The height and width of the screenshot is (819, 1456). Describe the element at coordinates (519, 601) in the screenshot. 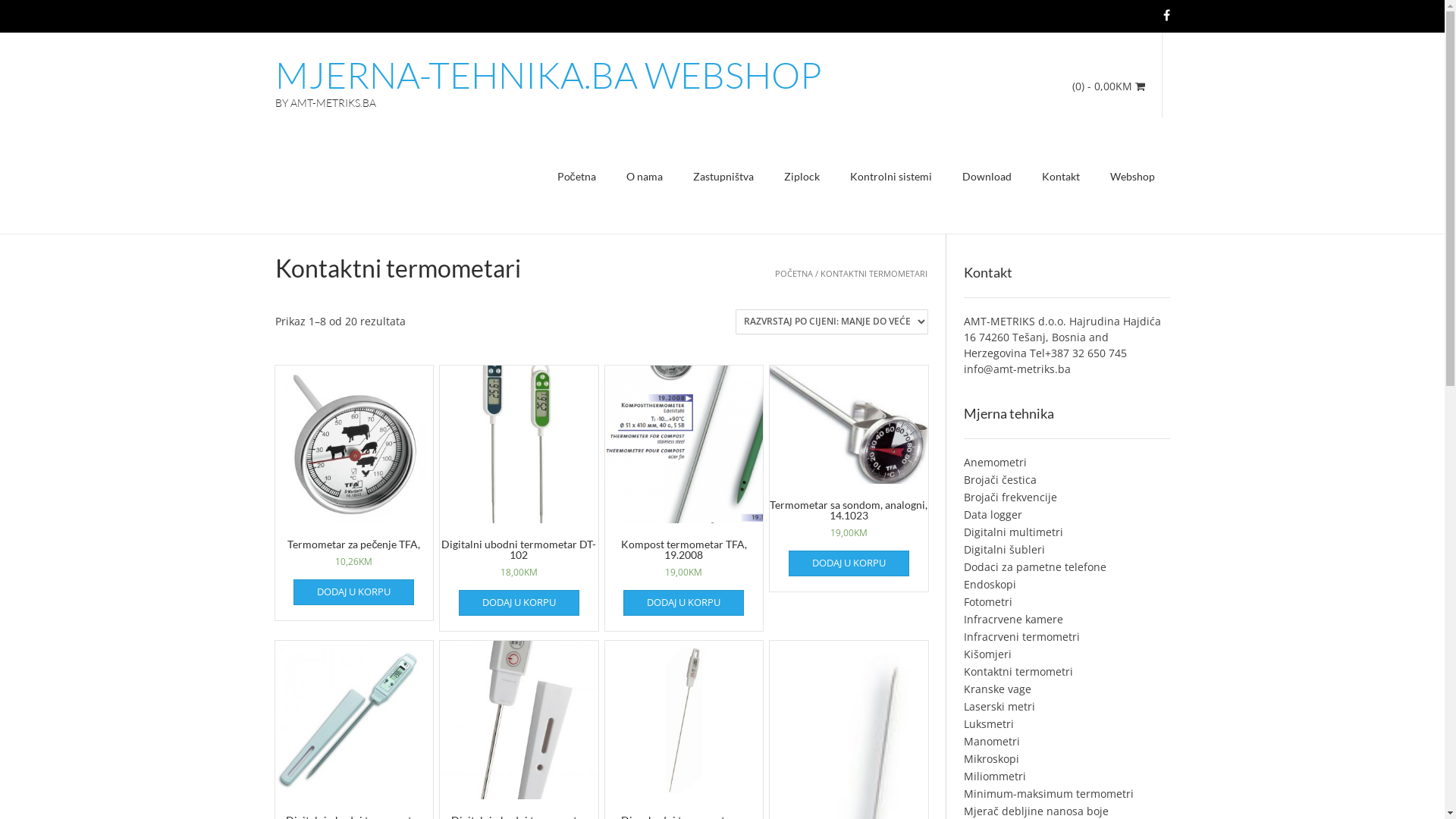

I see `'DODAJ U KORPU'` at that location.